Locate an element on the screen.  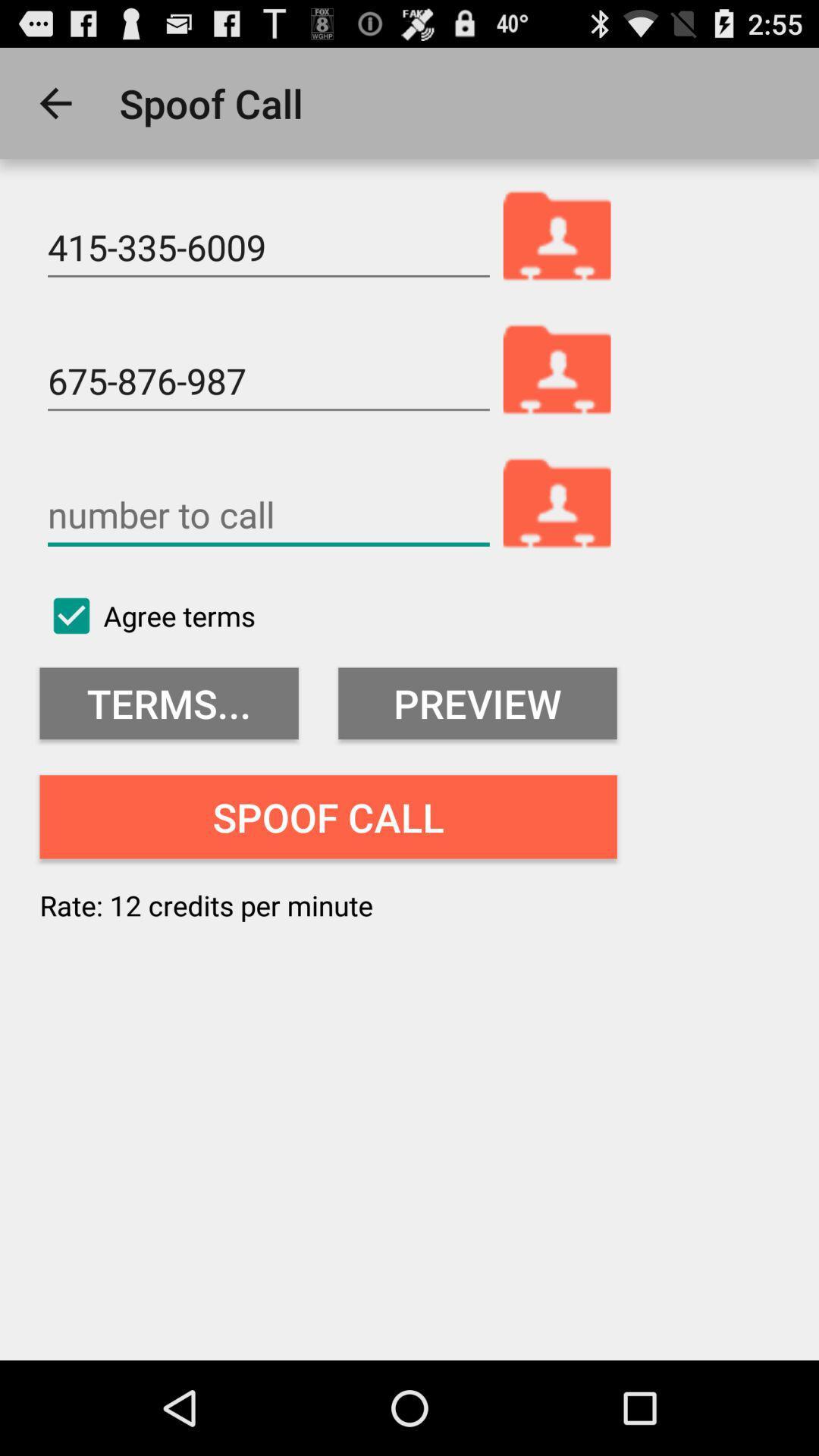
terms... item is located at coordinates (169, 702).